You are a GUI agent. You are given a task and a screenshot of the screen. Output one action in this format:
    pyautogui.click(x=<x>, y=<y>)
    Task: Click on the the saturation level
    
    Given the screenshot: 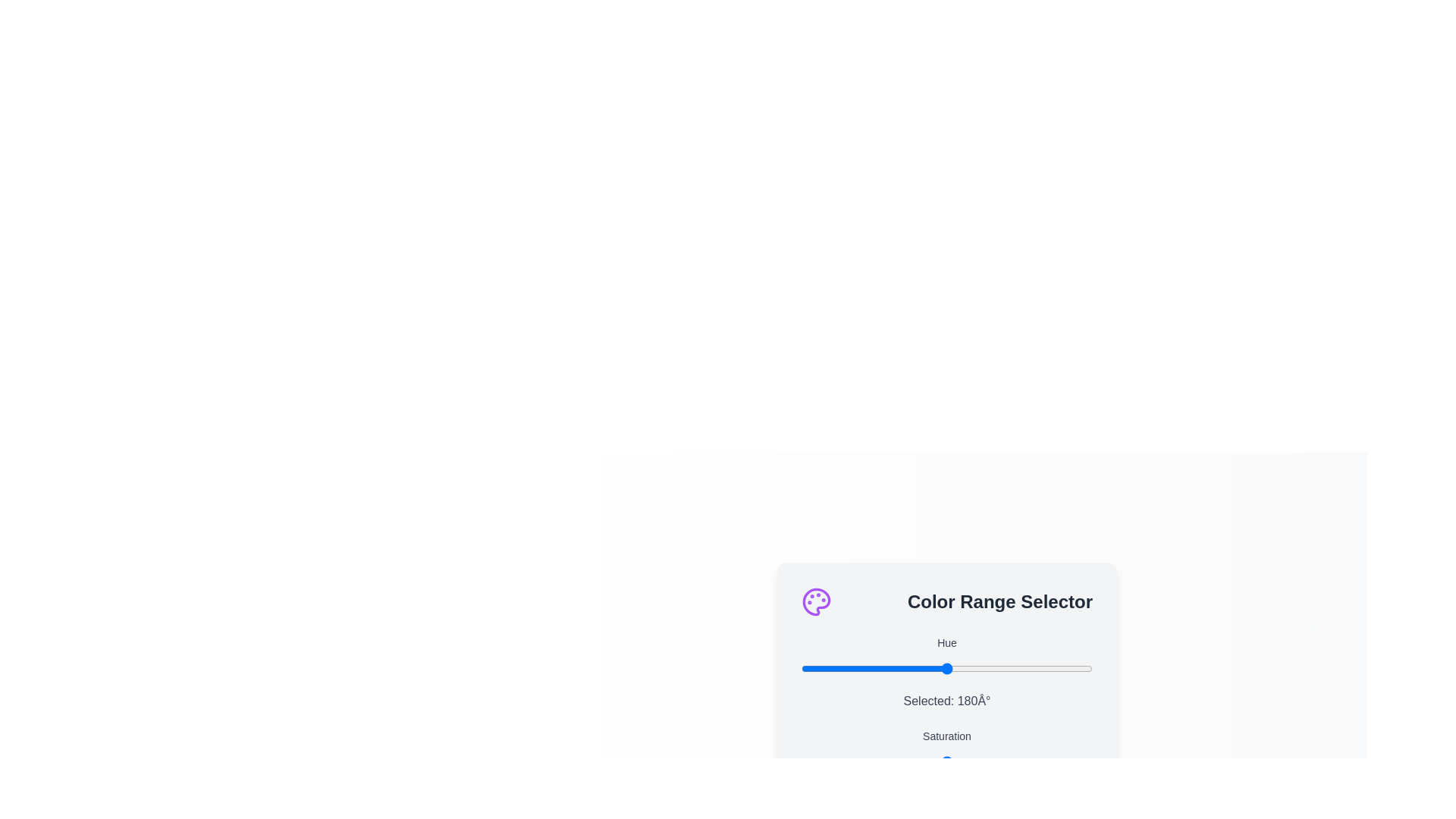 What is the action you would take?
    pyautogui.click(x=818, y=761)
    